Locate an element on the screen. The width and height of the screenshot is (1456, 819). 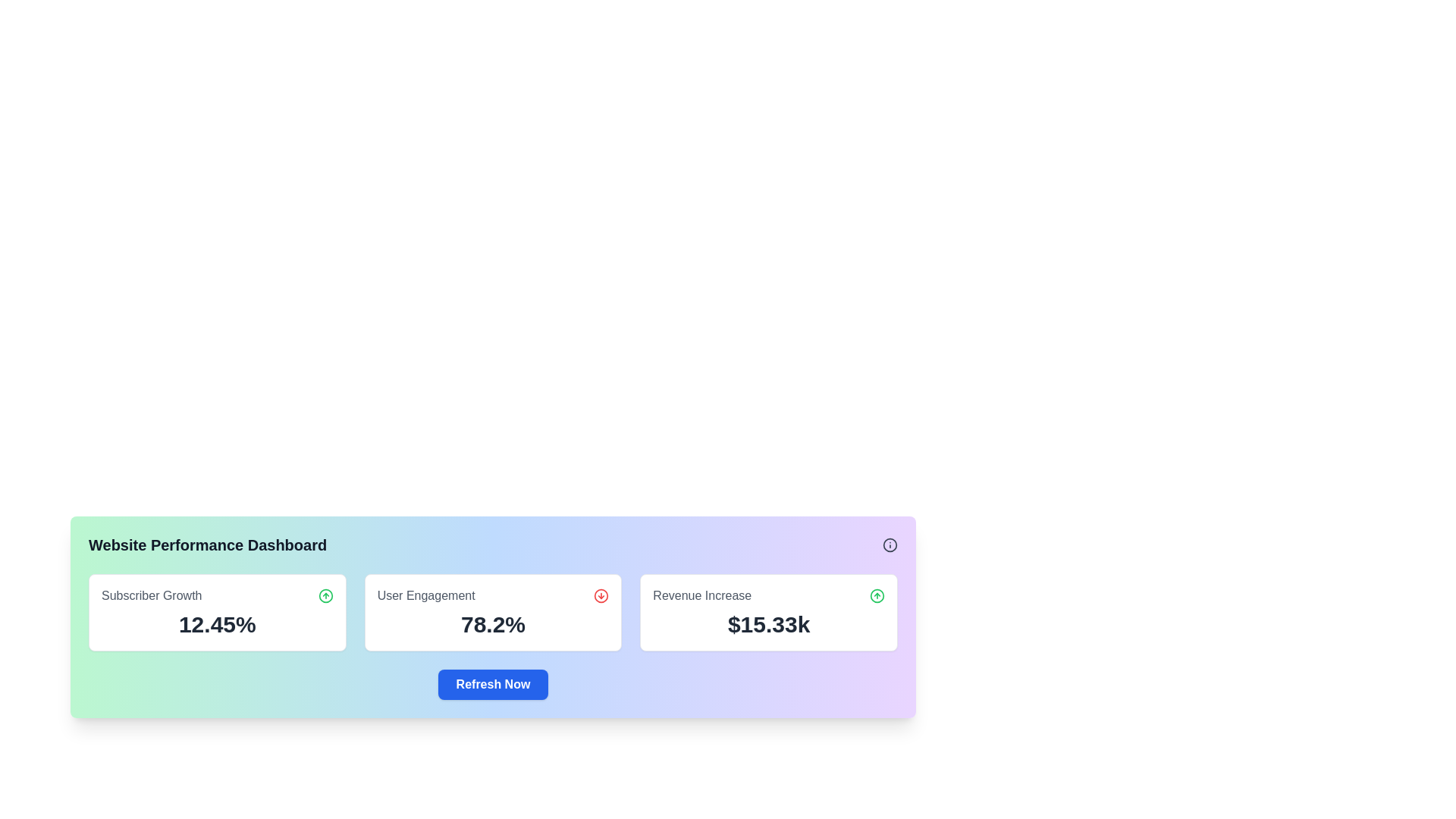
the refresh button located below the key performance indicators in the 'Website Performance Dashboard' card layout is located at coordinates (493, 684).